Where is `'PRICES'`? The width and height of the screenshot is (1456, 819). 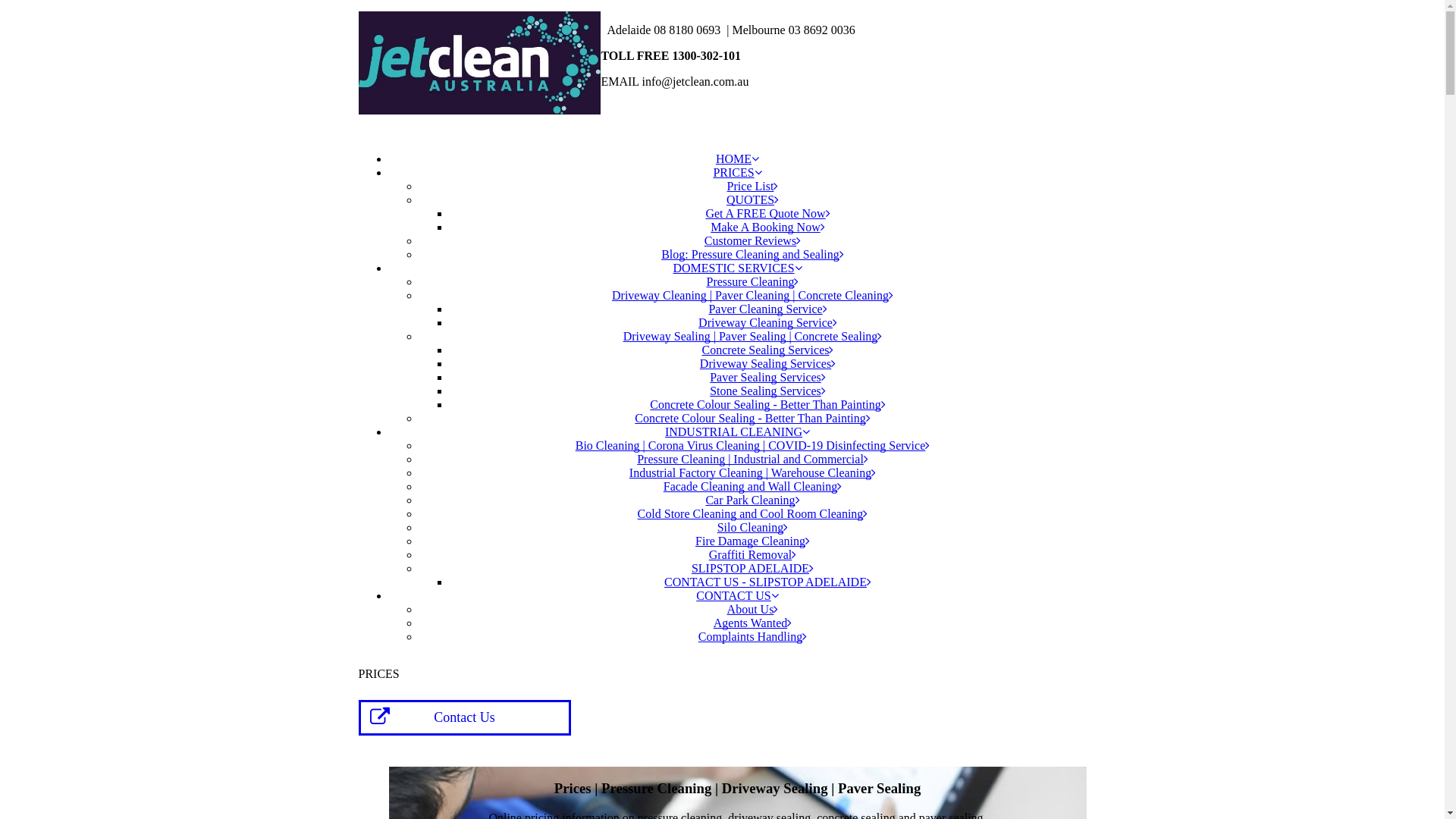
'PRICES' is located at coordinates (736, 171).